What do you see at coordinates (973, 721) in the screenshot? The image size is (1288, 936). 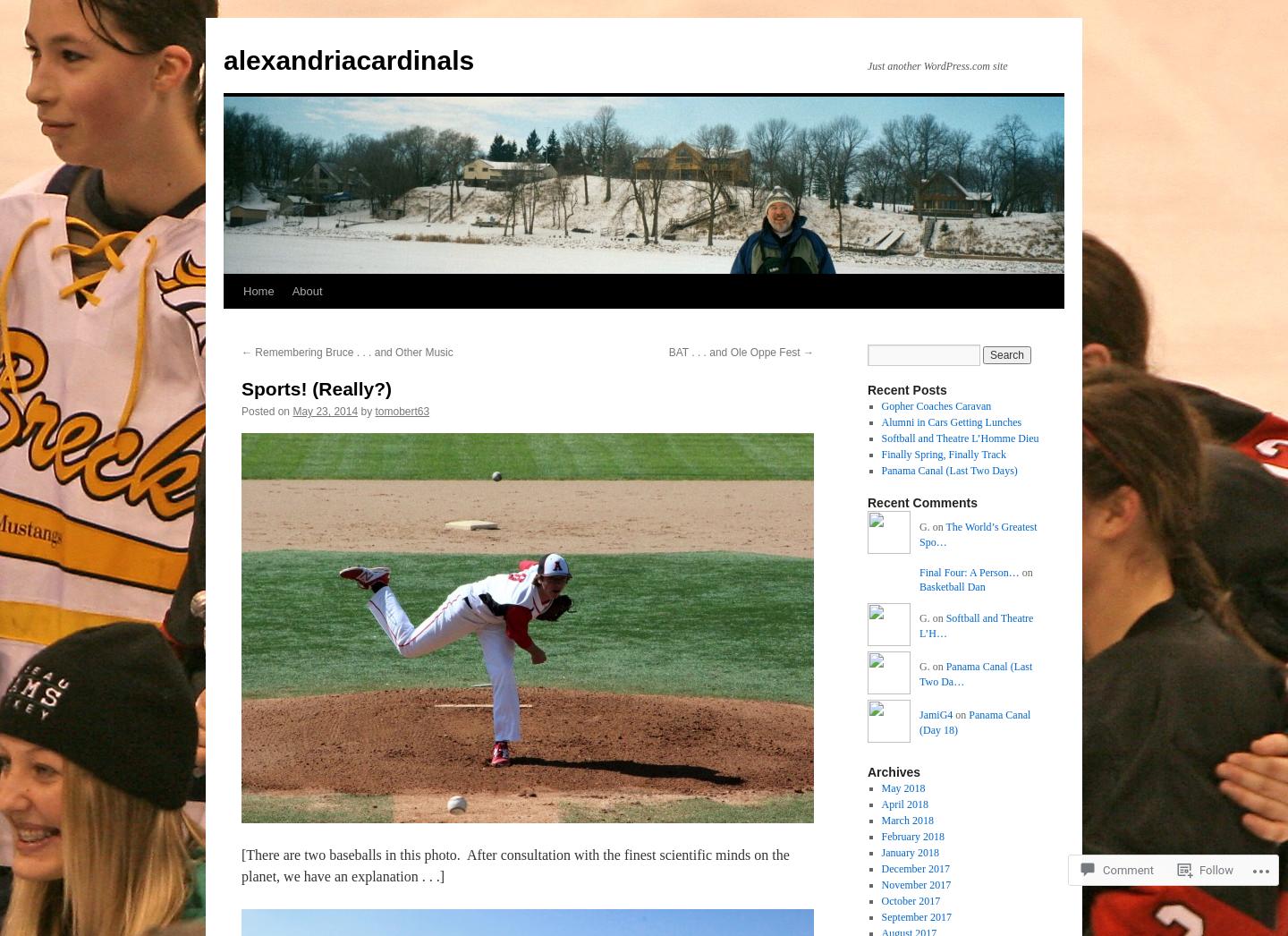 I see `'Panama Canal (Day 18)'` at bounding box center [973, 721].